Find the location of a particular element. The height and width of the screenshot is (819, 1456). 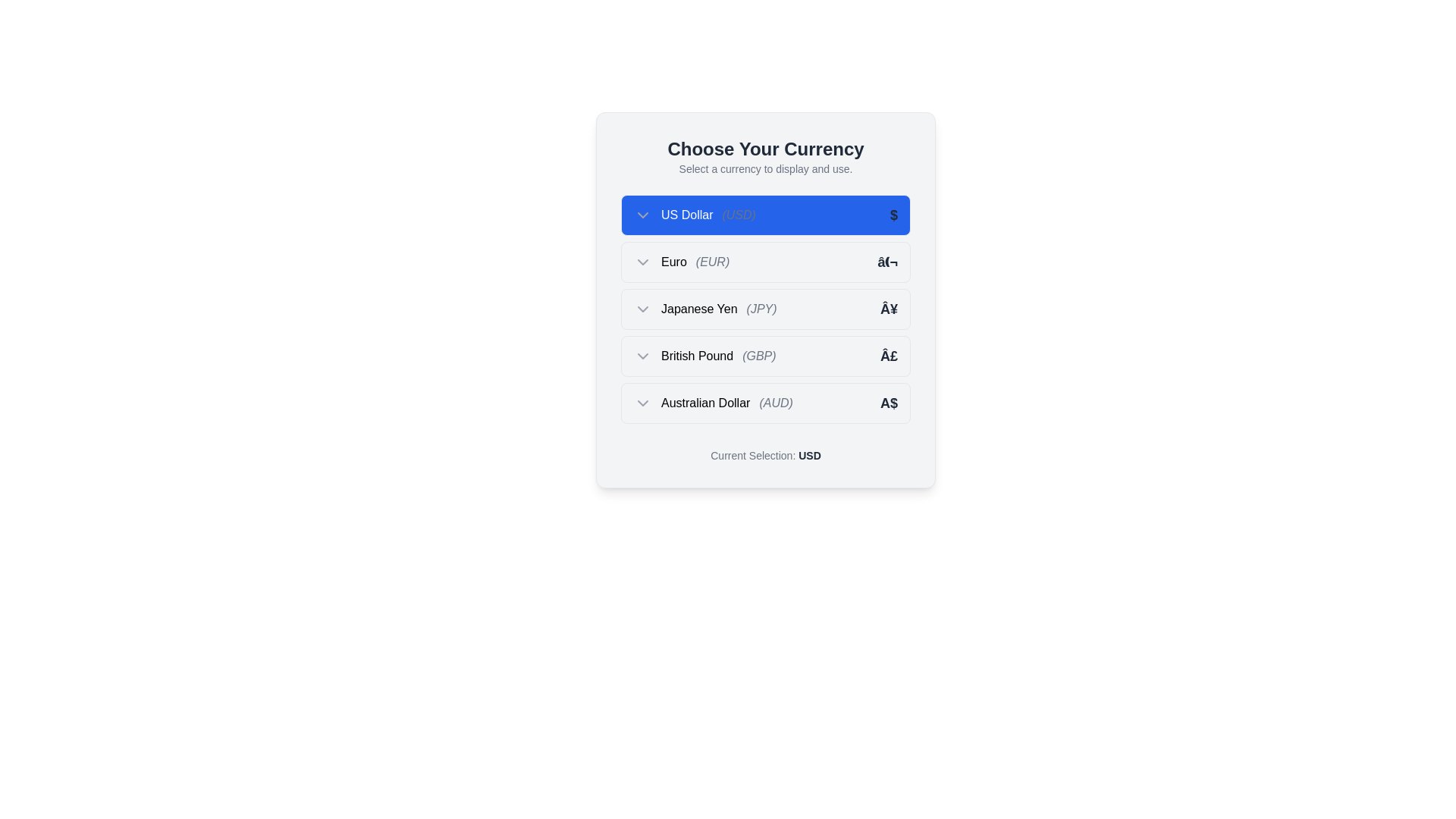

the text display element that shows 'Current Selection: USD', which is styled with a modern font and has 'USD' in bold and darker color, located below the currency selection list is located at coordinates (765, 455).